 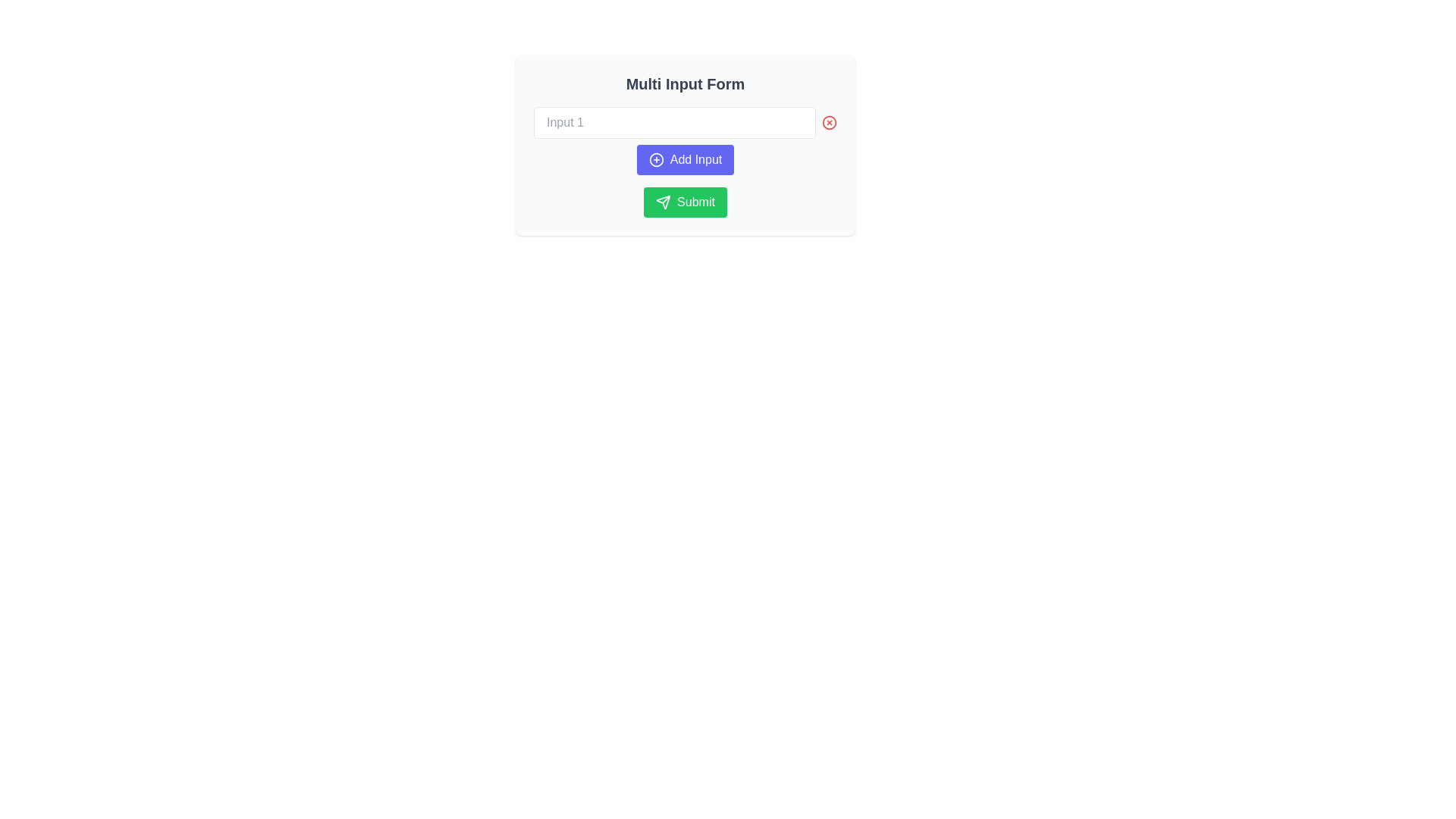 I want to click on the blue 'Add Input' button located in the center of the form, below the 'Input 1' field, so click(x=684, y=160).